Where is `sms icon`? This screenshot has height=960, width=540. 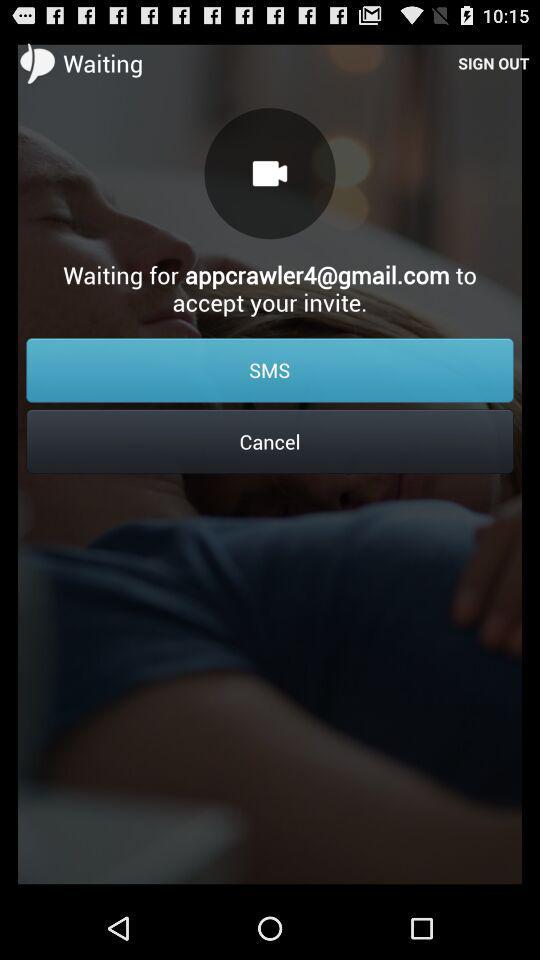
sms icon is located at coordinates (270, 369).